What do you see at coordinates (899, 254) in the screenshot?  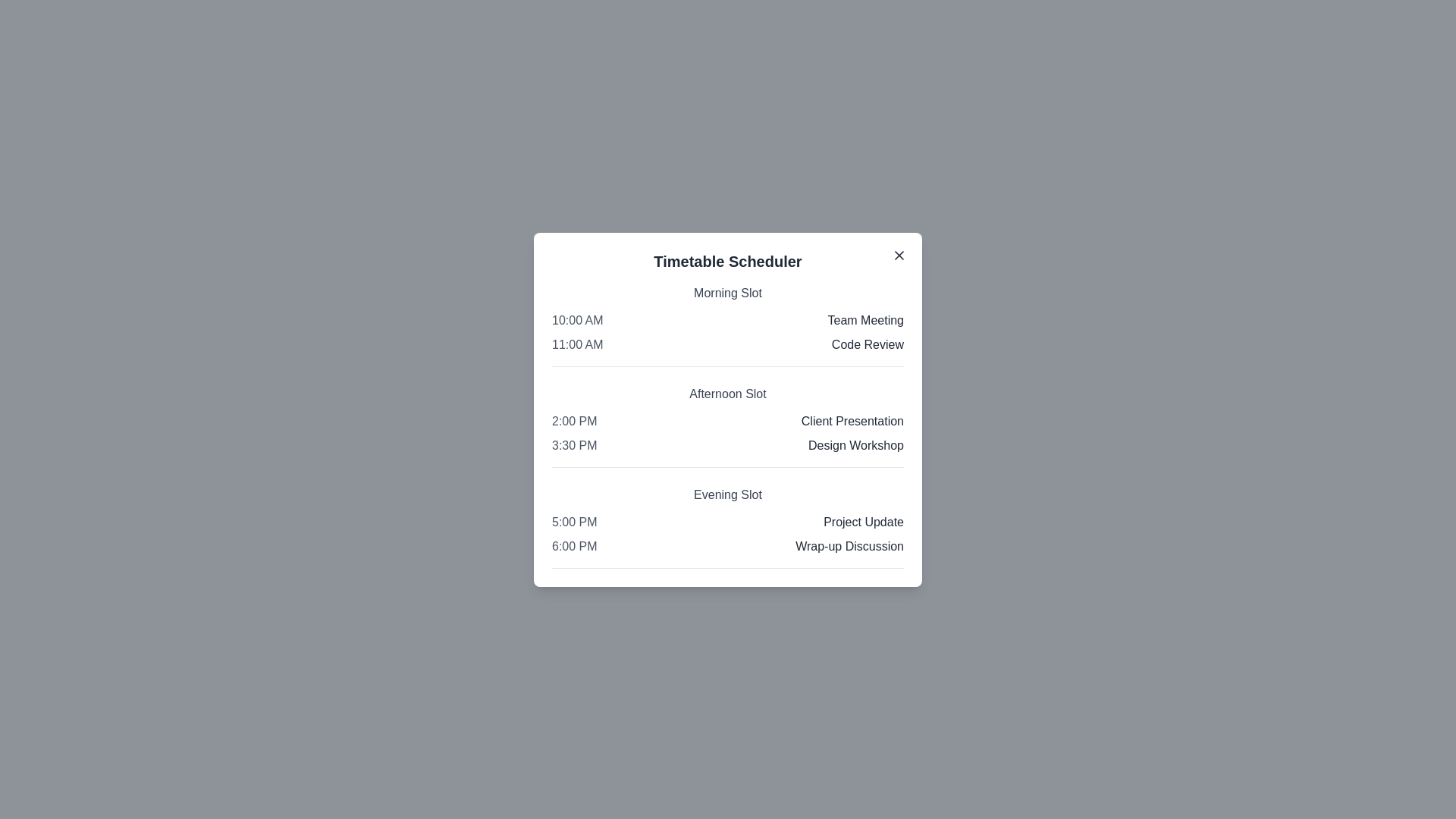 I see `the close button in the top-right corner of the scheduler` at bounding box center [899, 254].